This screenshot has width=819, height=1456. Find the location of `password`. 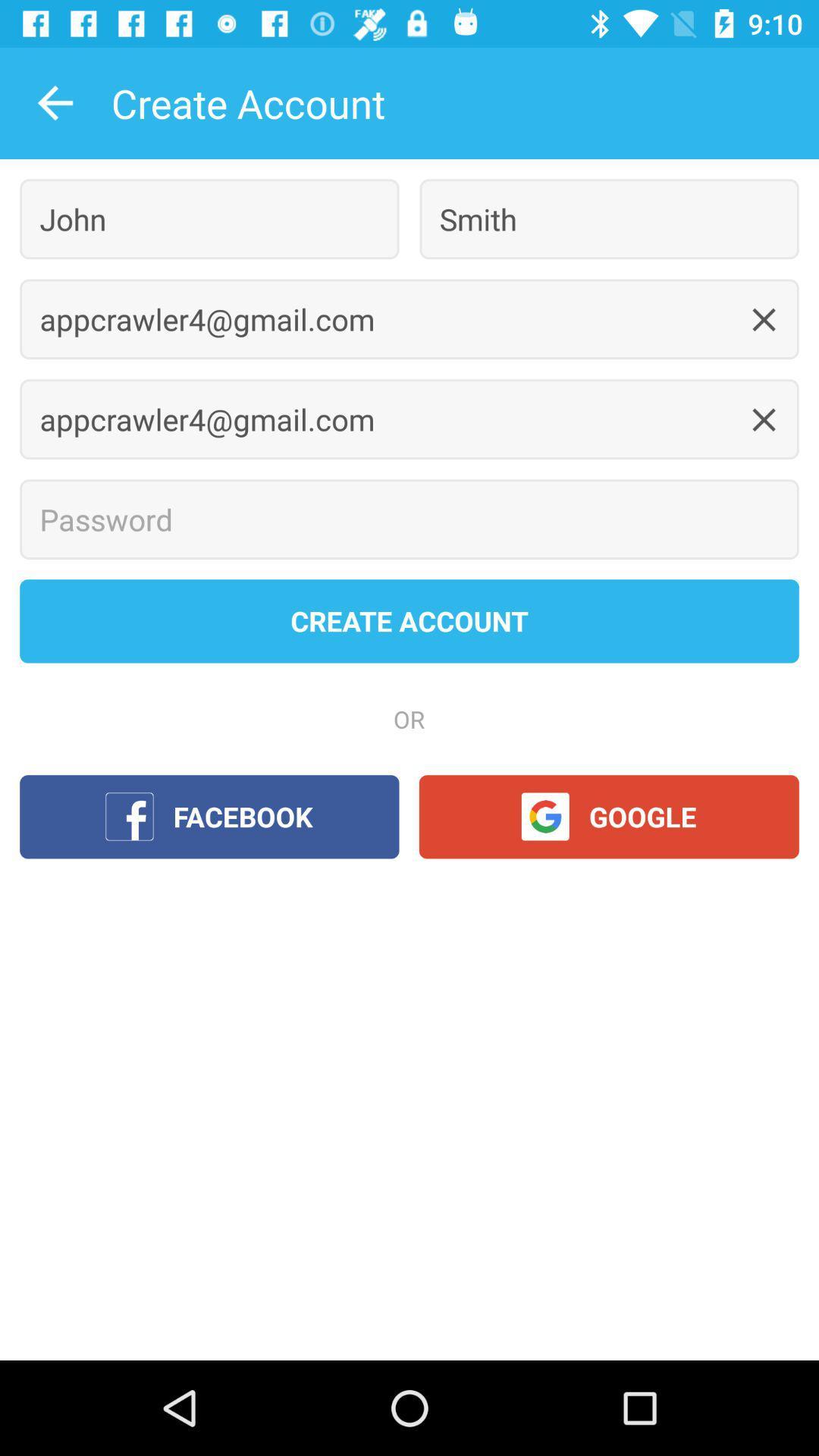

password is located at coordinates (409, 519).